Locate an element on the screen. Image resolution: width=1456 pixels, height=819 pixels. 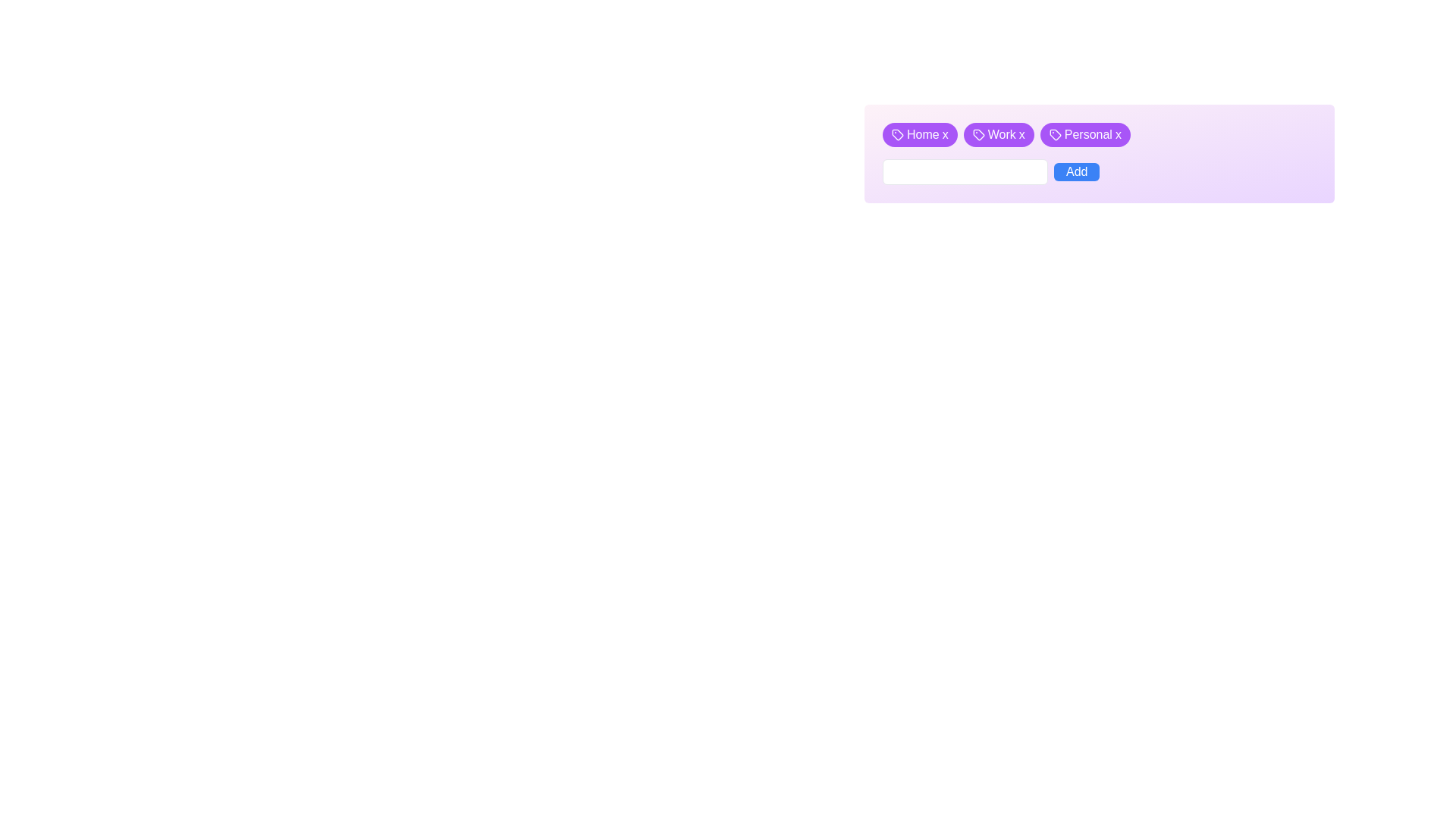
the purple pill-shaped tag labeled 'Personal x' is located at coordinates (1084, 133).